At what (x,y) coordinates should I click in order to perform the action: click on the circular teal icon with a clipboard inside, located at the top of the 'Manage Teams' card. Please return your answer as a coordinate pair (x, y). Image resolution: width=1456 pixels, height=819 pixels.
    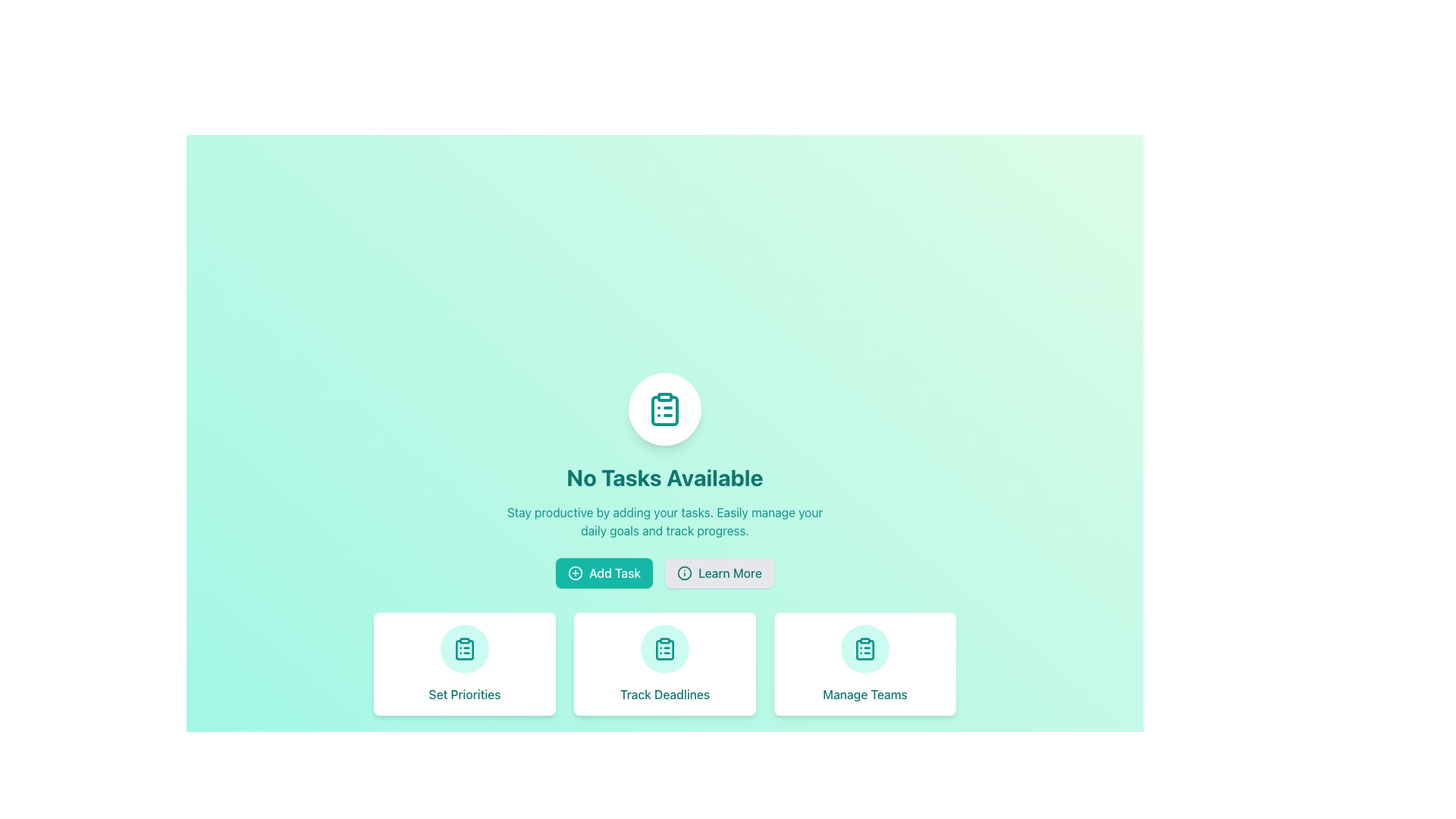
    Looking at the image, I should click on (865, 648).